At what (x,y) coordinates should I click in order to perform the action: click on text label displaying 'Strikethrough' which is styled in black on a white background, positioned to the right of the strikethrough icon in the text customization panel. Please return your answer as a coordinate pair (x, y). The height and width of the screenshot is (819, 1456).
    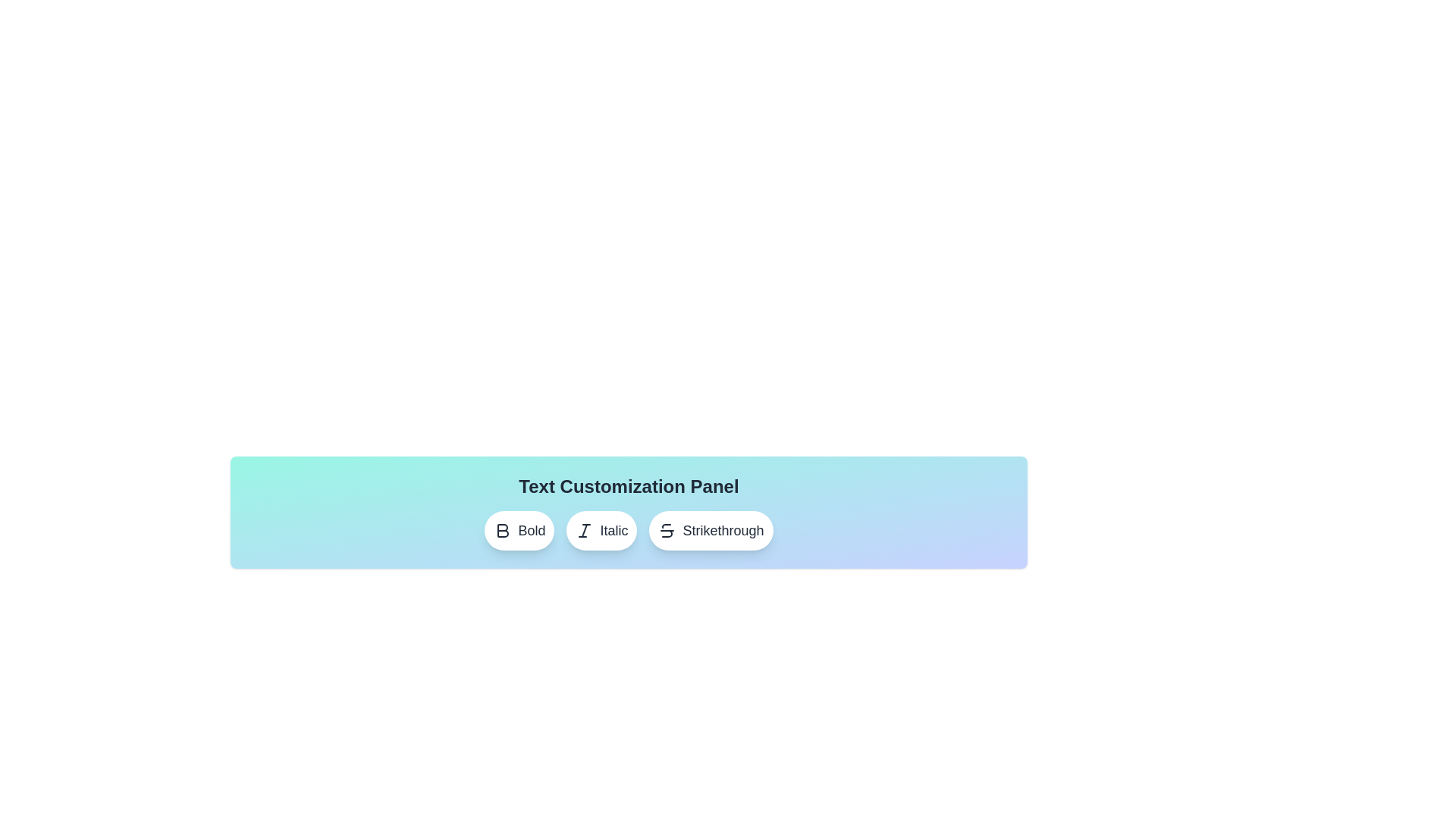
    Looking at the image, I should click on (723, 529).